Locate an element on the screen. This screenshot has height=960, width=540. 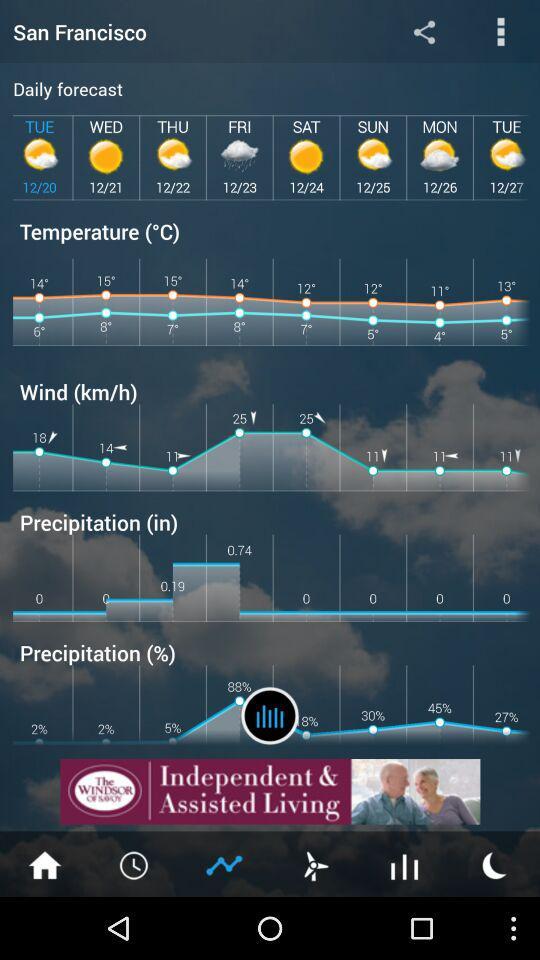
clock is located at coordinates (135, 863).